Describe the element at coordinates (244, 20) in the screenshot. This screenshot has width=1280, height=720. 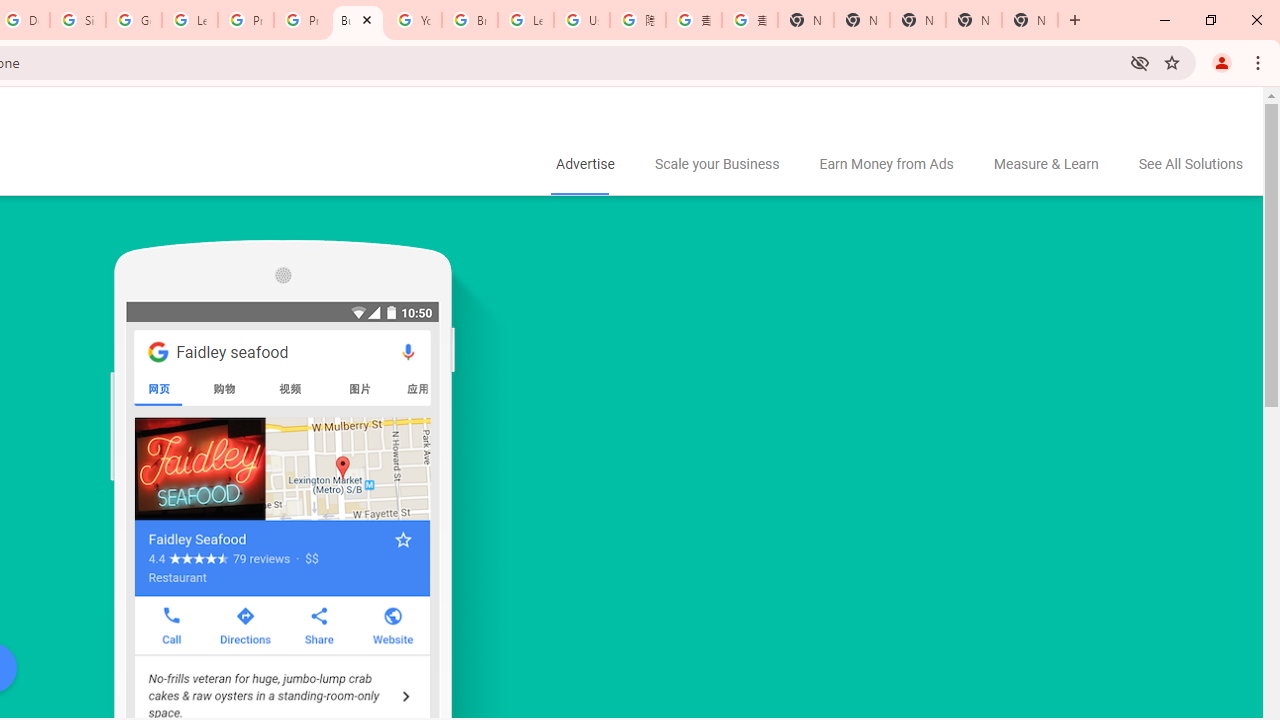
I see `'Privacy Help Center - Policies Help'` at that location.